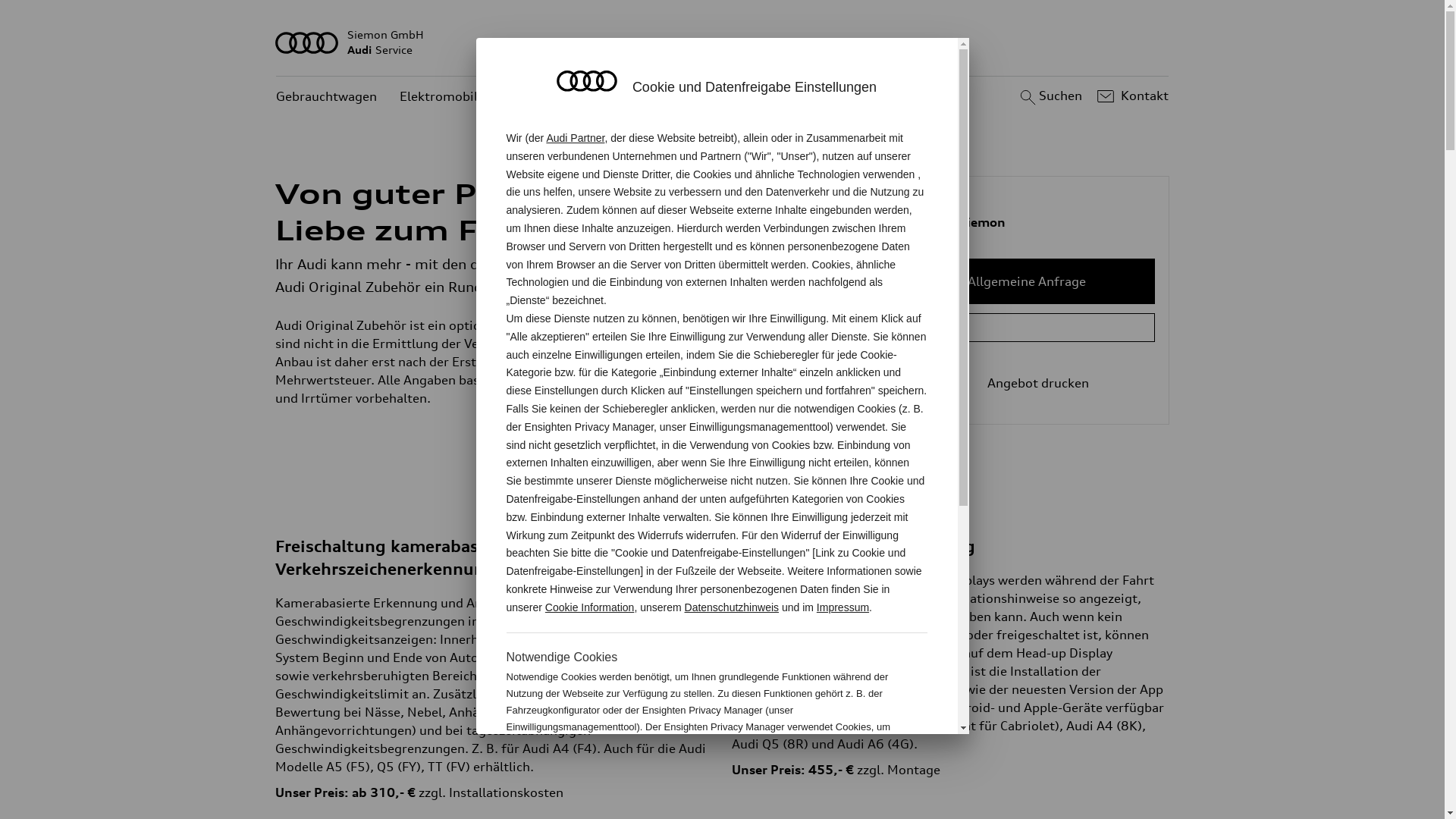 This screenshot has width=1456, height=819. I want to click on 'Angebot drucken', so click(1026, 382).